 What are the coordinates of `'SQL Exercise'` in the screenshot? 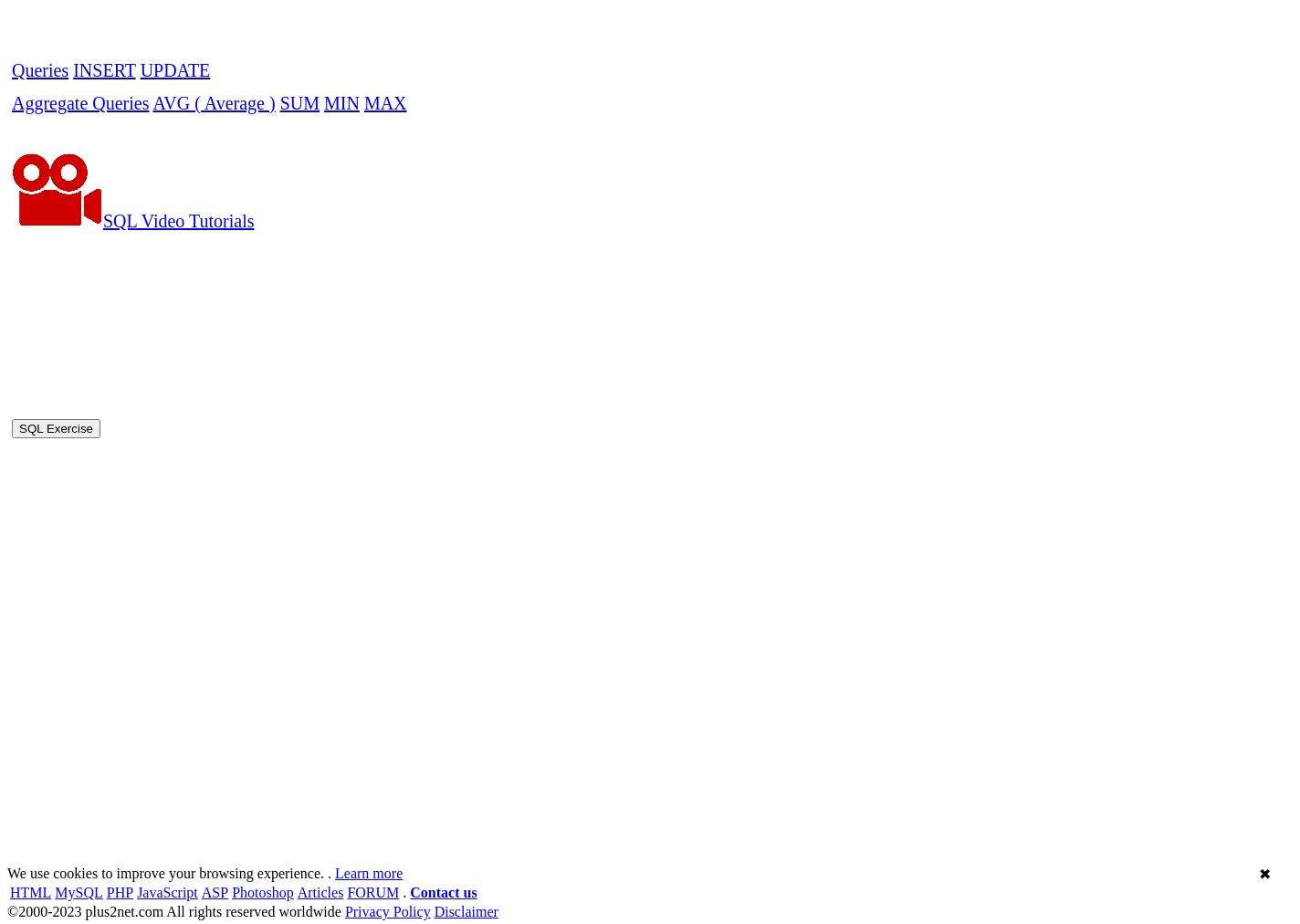 It's located at (18, 173).